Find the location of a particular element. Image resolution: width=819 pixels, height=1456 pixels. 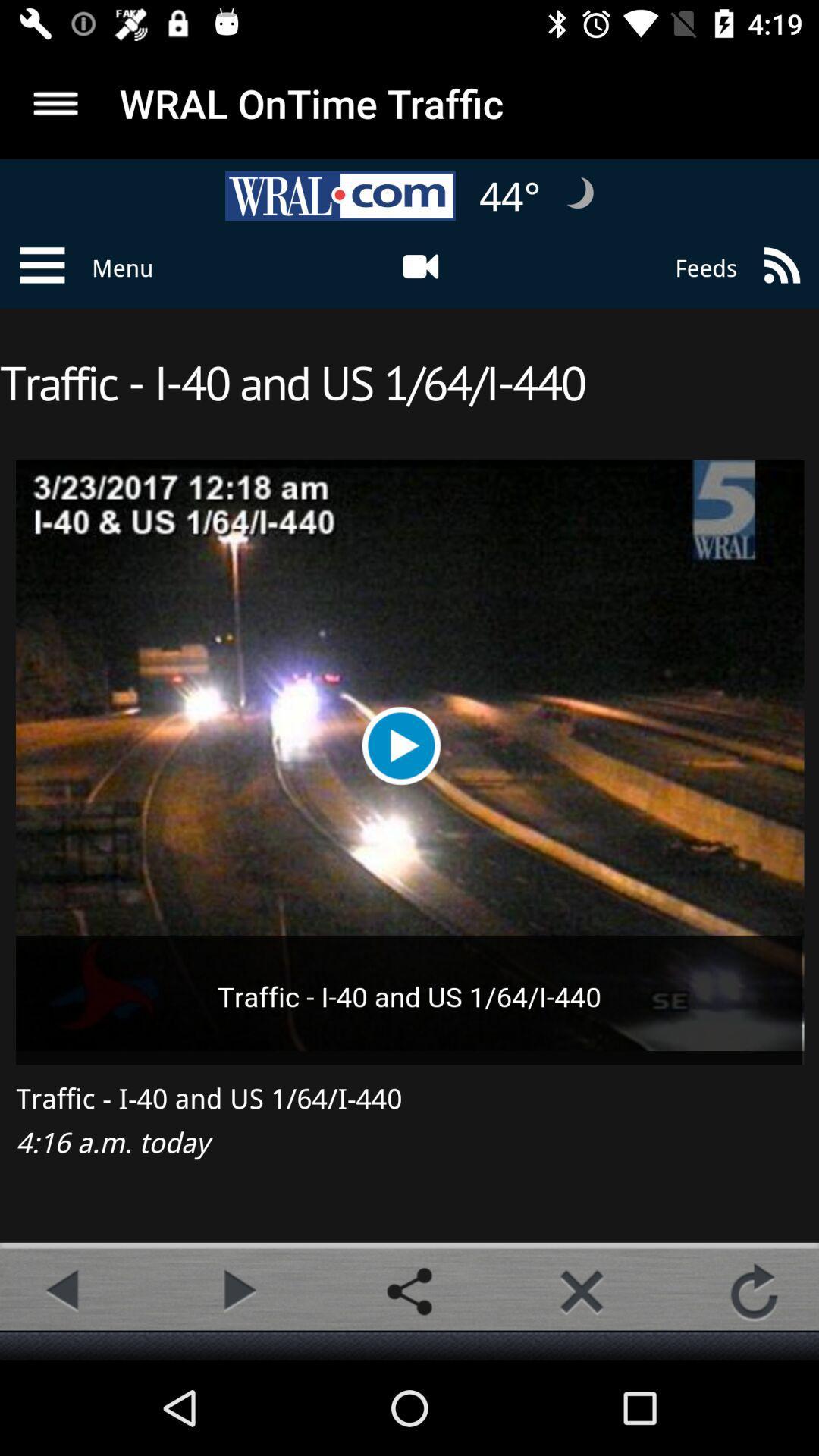

more option is located at coordinates (55, 102).